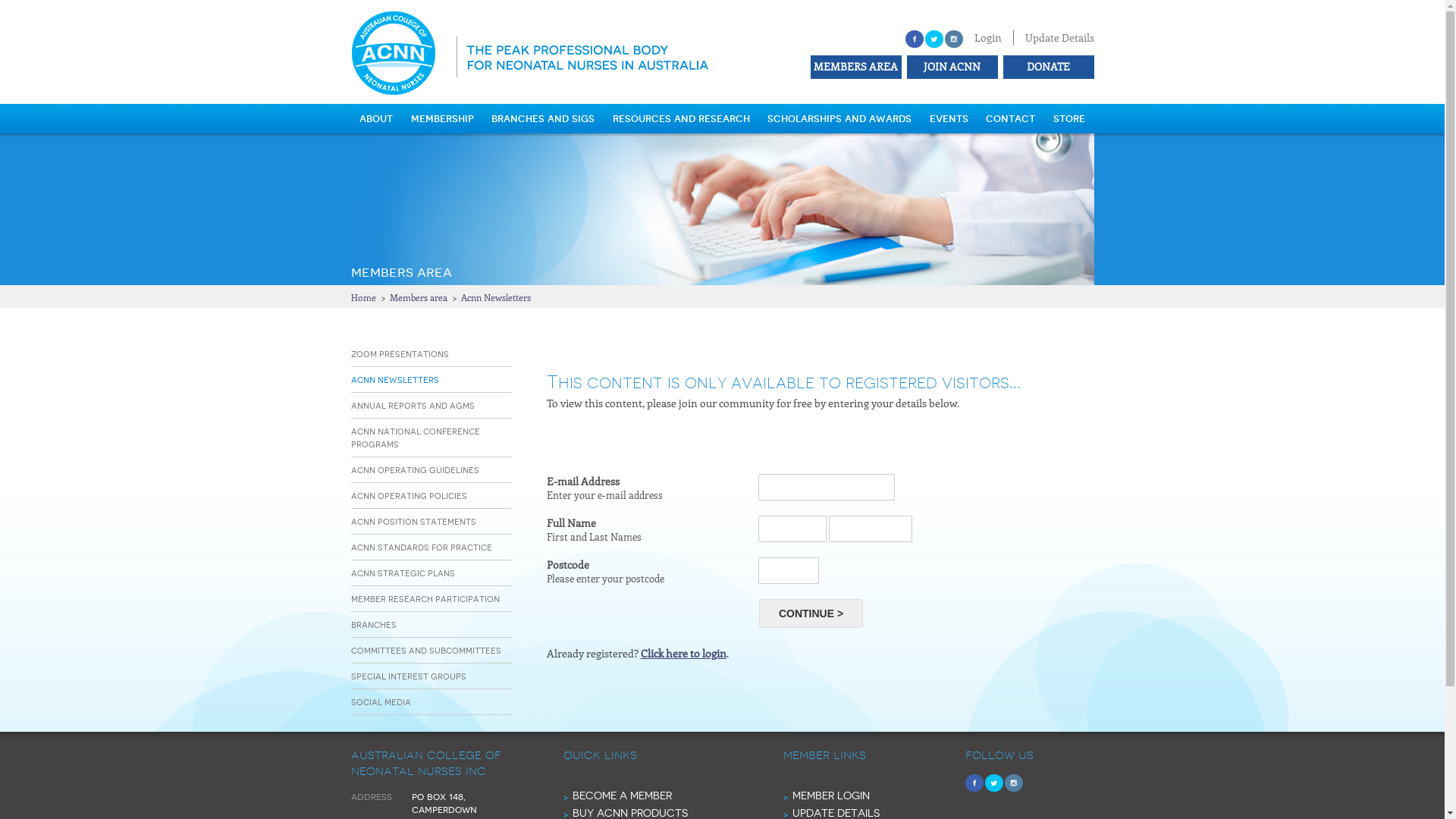  Describe the element at coordinates (913, 38) in the screenshot. I see `'Facebook'` at that location.